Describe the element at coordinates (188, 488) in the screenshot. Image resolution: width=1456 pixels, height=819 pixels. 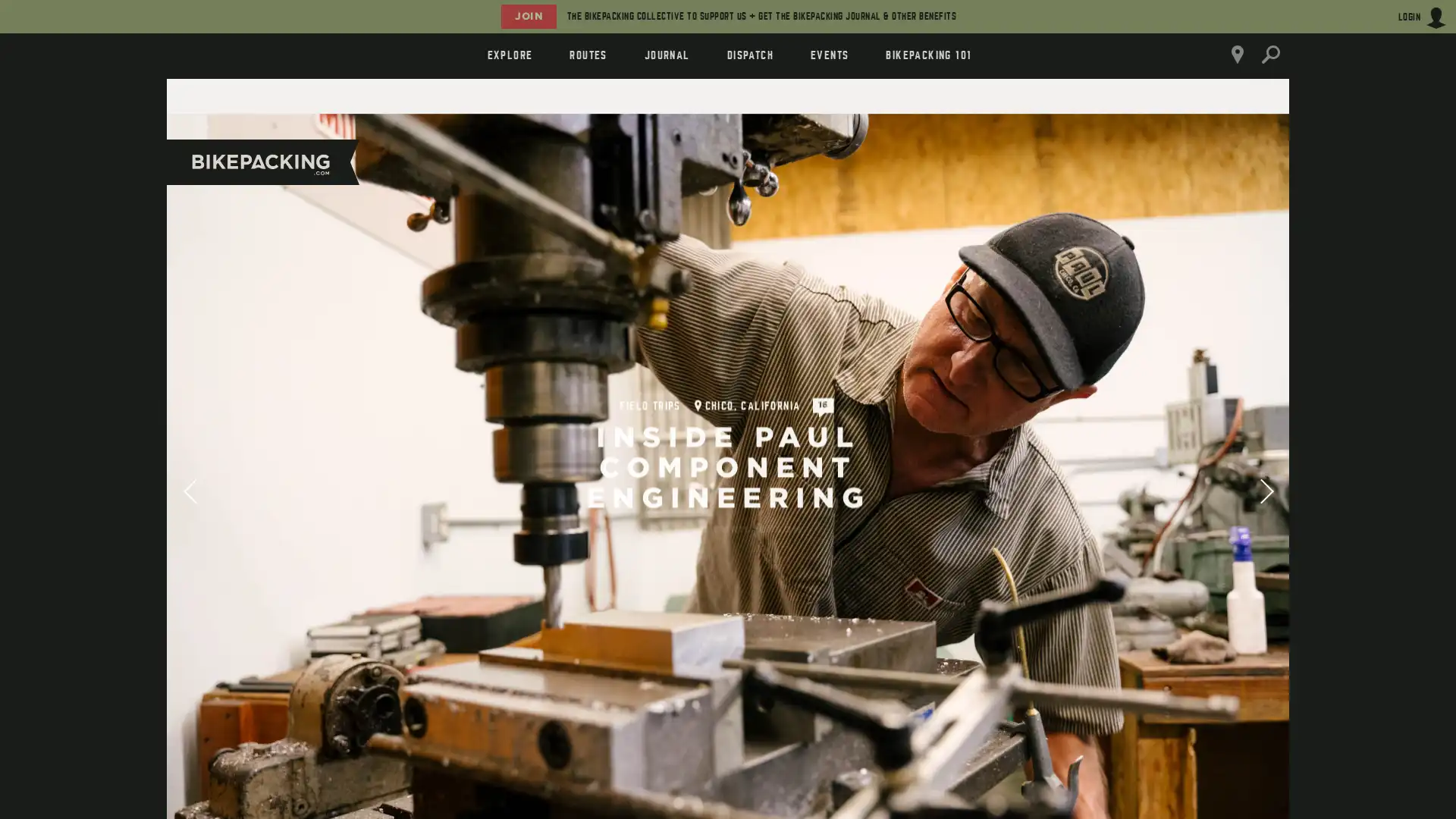
I see `Previous slide` at that location.